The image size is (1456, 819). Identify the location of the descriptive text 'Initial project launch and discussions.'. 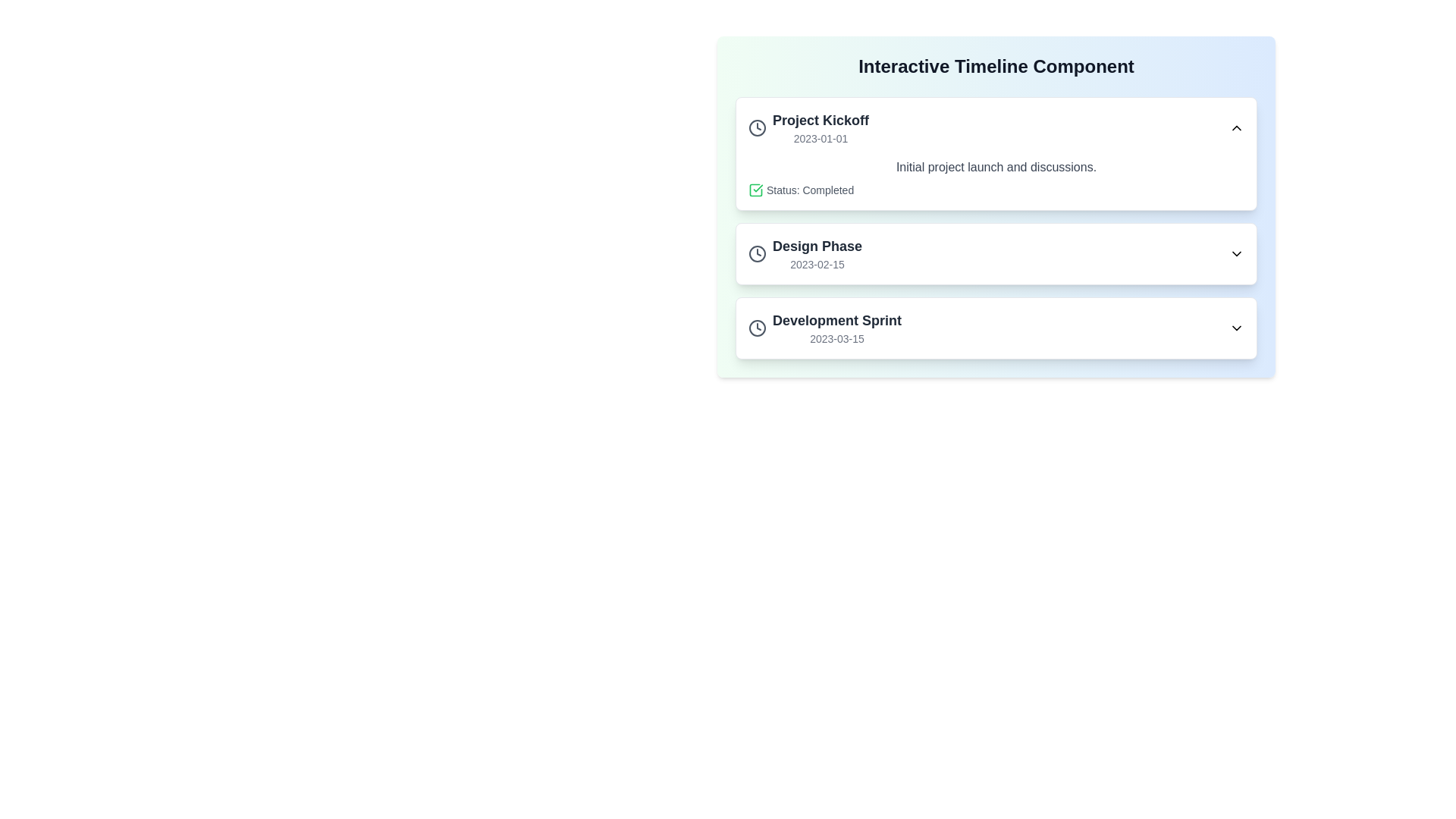
(996, 177).